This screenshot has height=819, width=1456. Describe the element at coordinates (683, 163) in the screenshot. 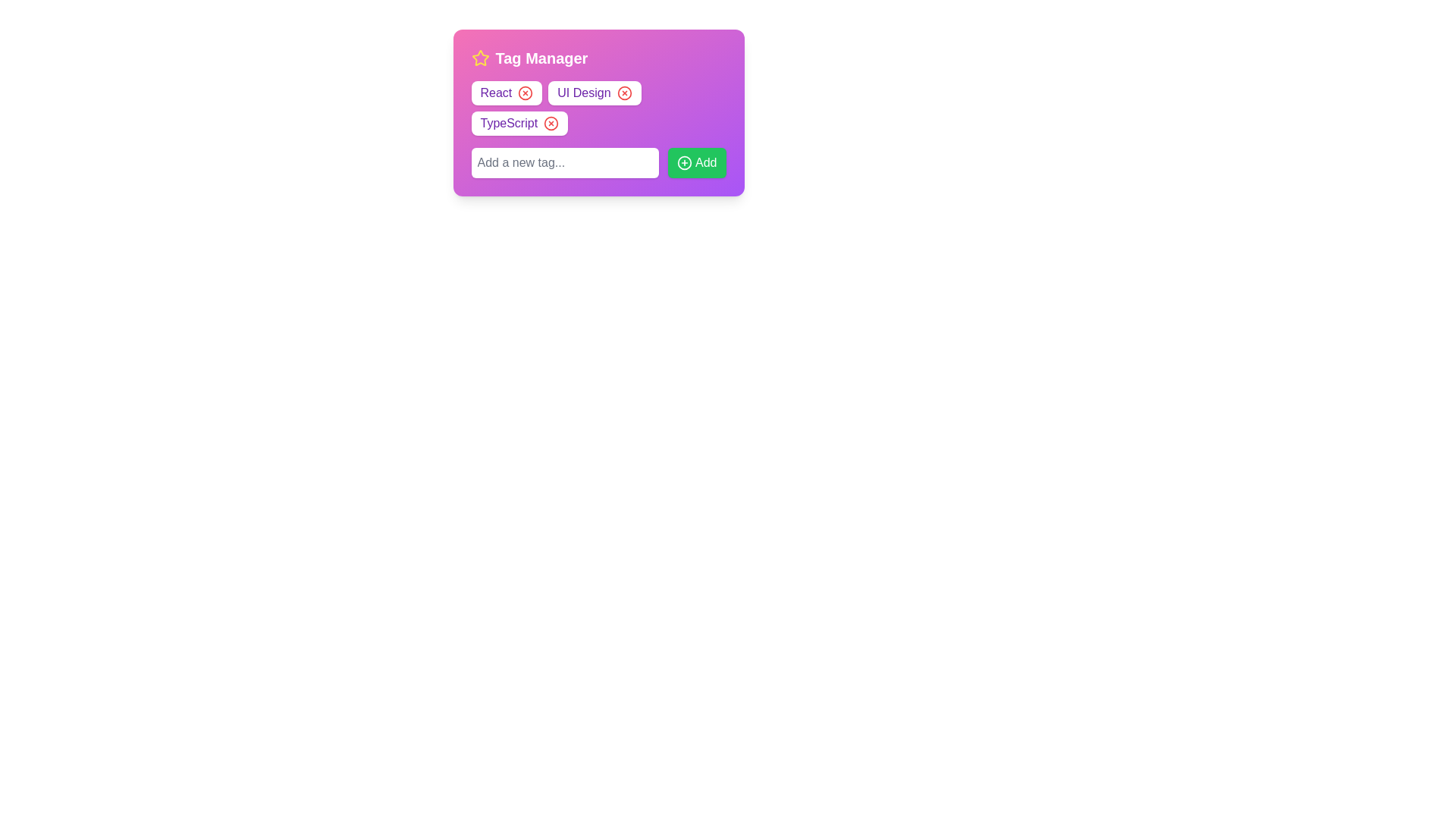

I see `the circular SVG icon with a '+' symbol, which is located inside the green 'Add' button, positioned to the left of the 'Add' text` at that location.